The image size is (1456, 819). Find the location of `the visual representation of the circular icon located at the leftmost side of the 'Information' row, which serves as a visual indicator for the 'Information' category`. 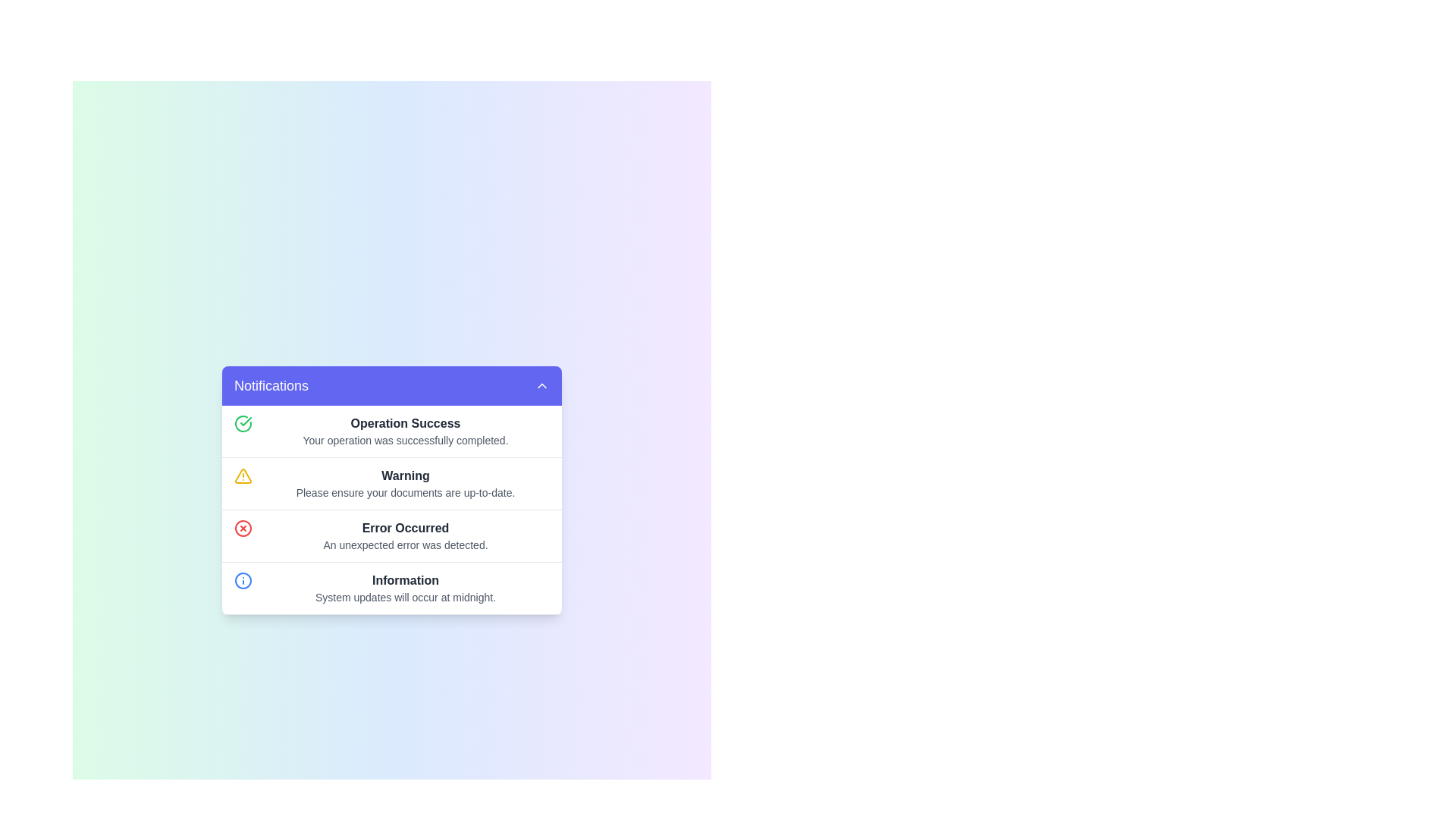

the visual representation of the circular icon located at the leftmost side of the 'Information' row, which serves as a visual indicator for the 'Information' category is located at coordinates (243, 580).